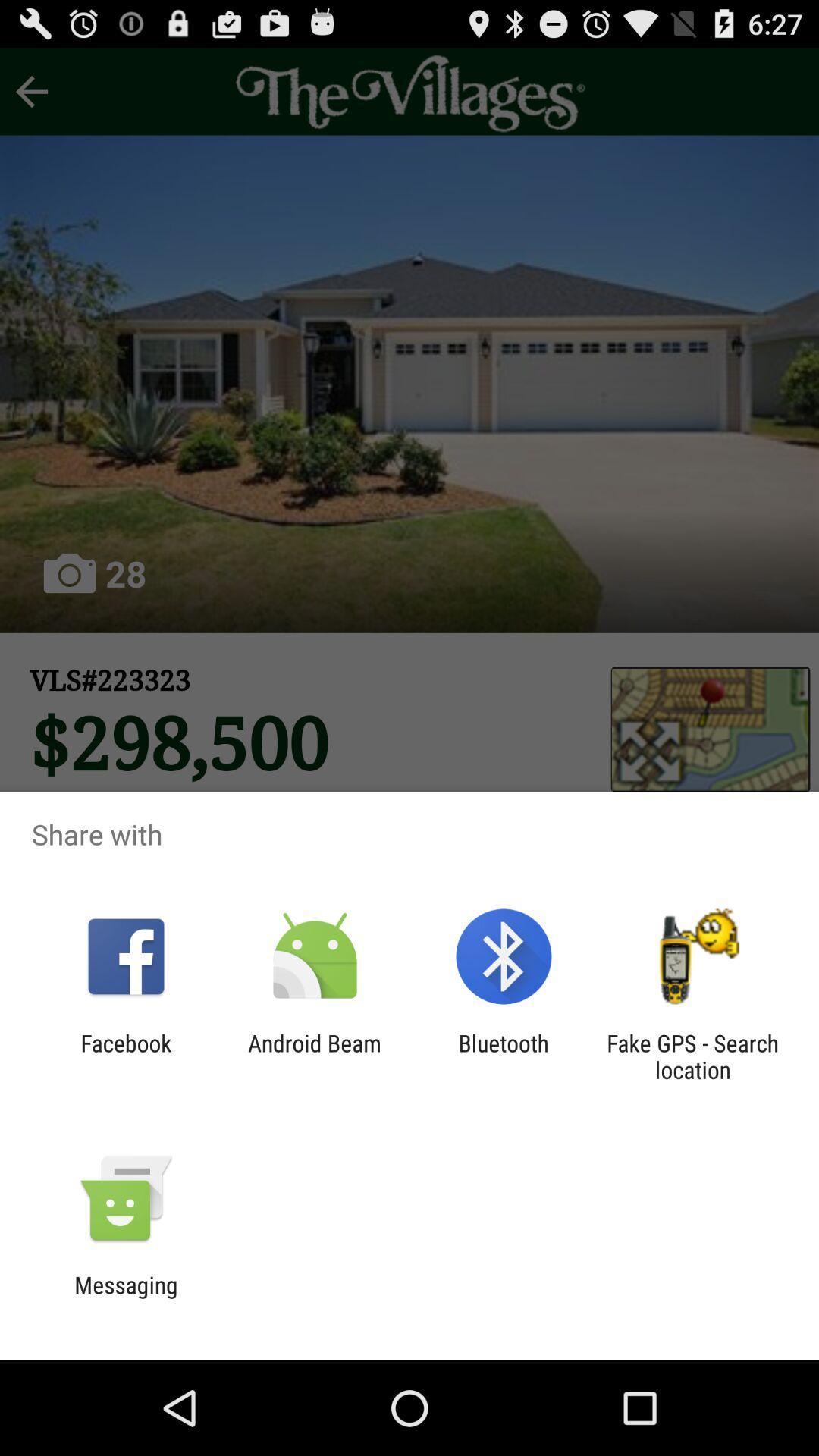 Image resolution: width=819 pixels, height=1456 pixels. Describe the element at coordinates (692, 1056) in the screenshot. I see `the fake gps search` at that location.